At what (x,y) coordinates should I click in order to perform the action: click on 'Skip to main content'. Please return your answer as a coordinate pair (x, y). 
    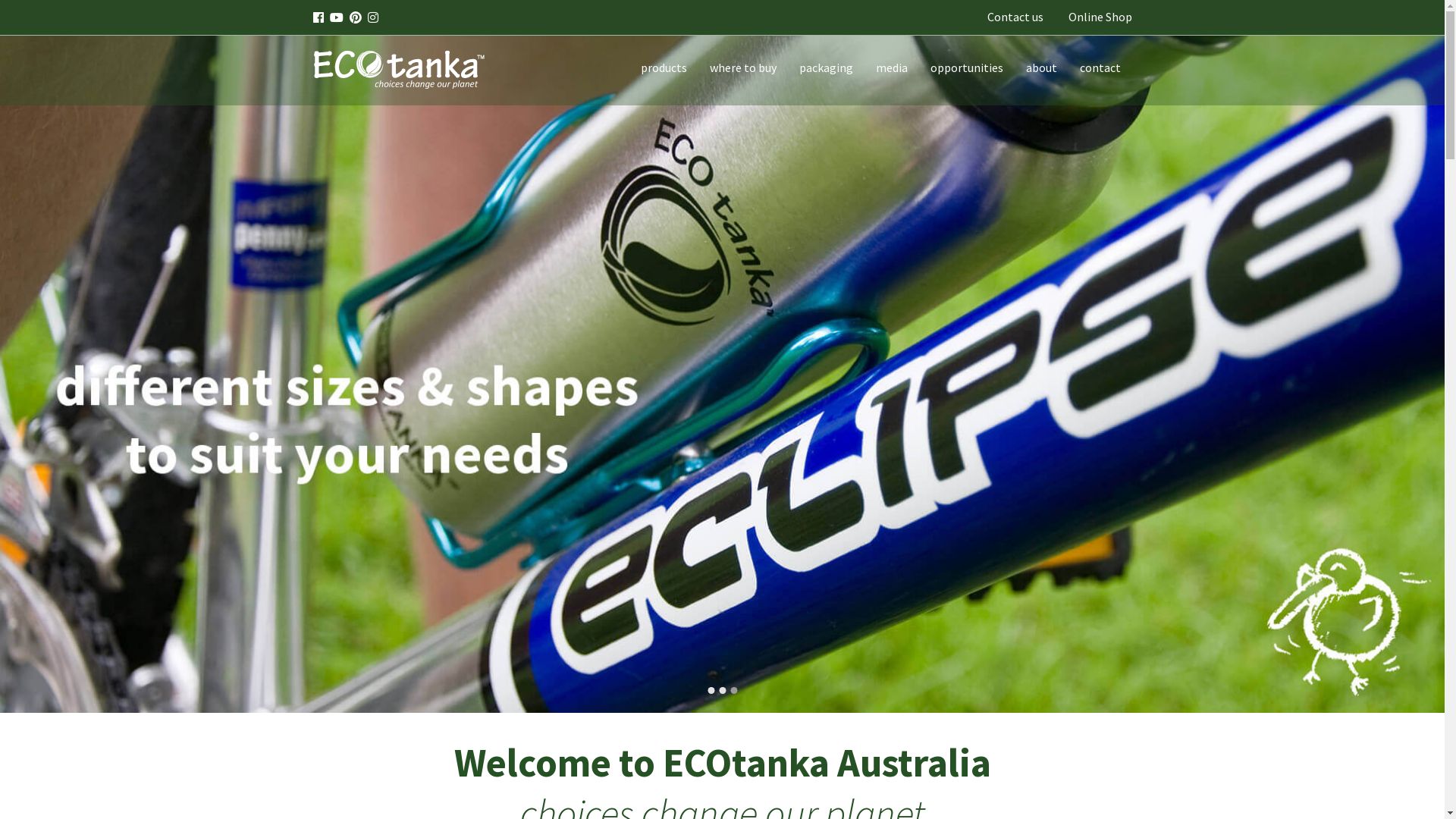
    Looking at the image, I should click on (0, 0).